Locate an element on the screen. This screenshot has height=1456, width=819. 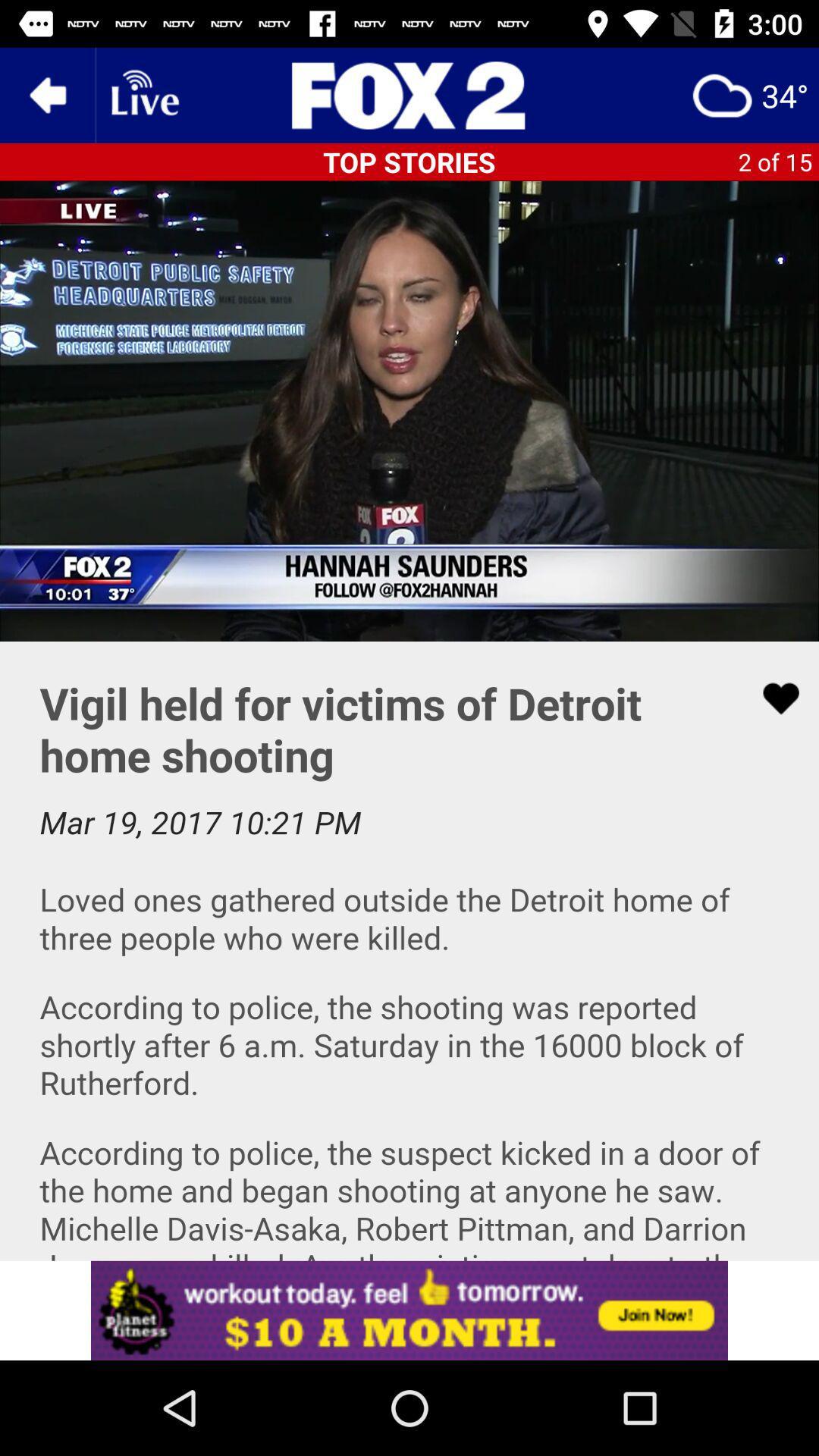
article is located at coordinates (771, 698).